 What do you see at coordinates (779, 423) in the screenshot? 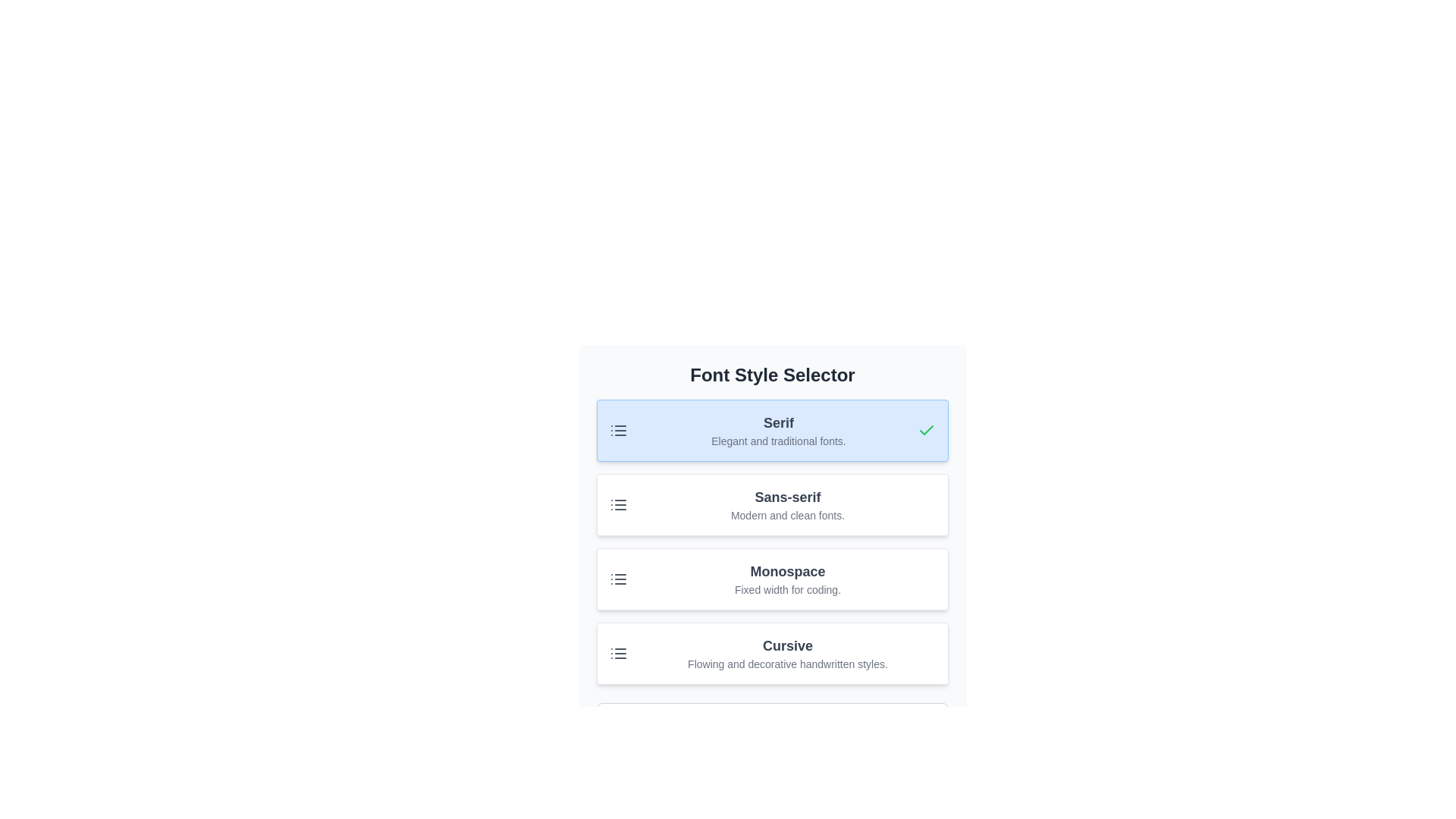
I see `label 'Serif' which is styled in bold and larger font at the top of the Font Style Selector section` at bounding box center [779, 423].